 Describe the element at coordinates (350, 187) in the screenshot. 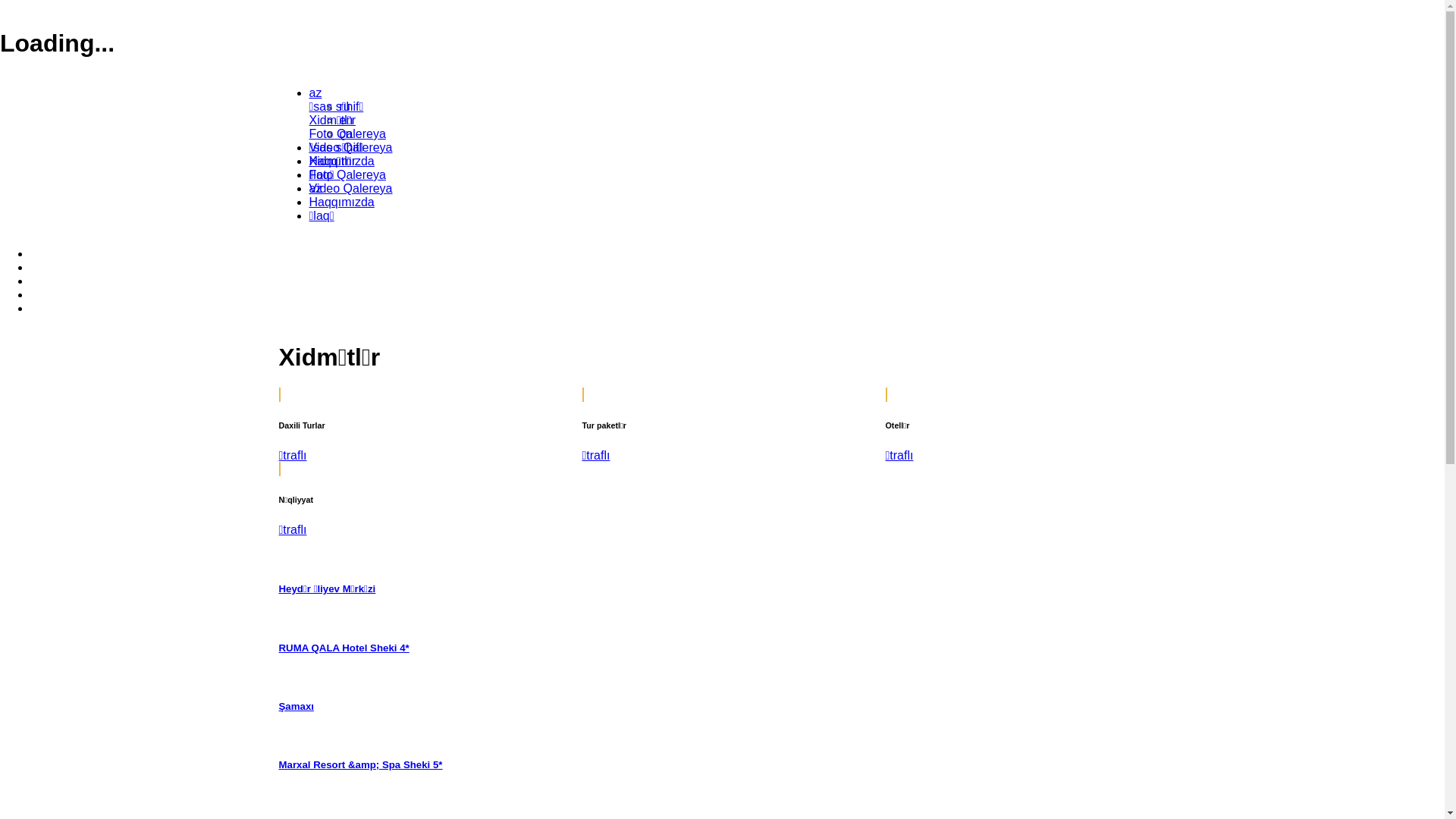

I see `'Video Qalereya'` at that location.